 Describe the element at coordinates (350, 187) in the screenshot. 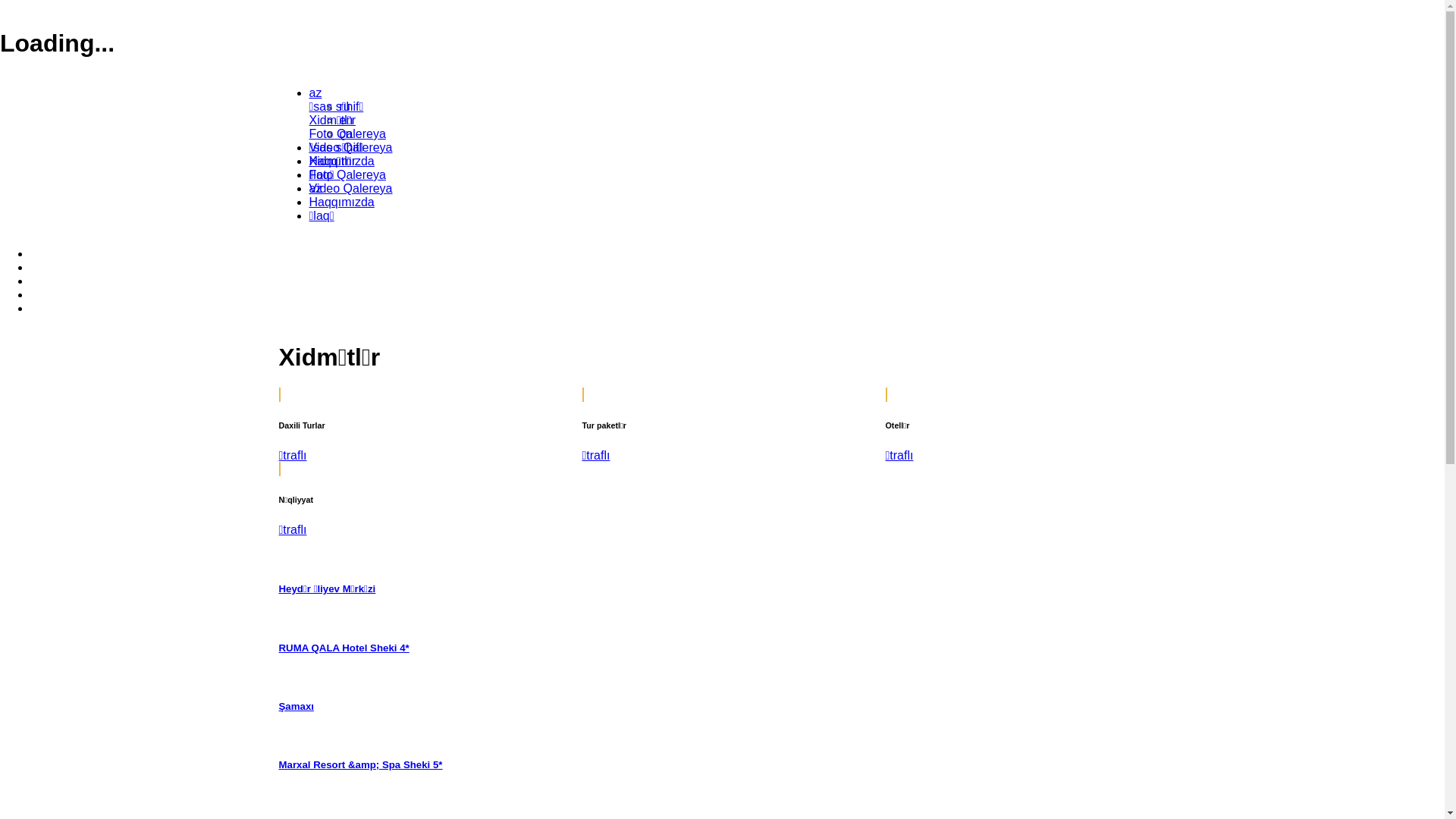

I see `'Video Qalereya'` at that location.